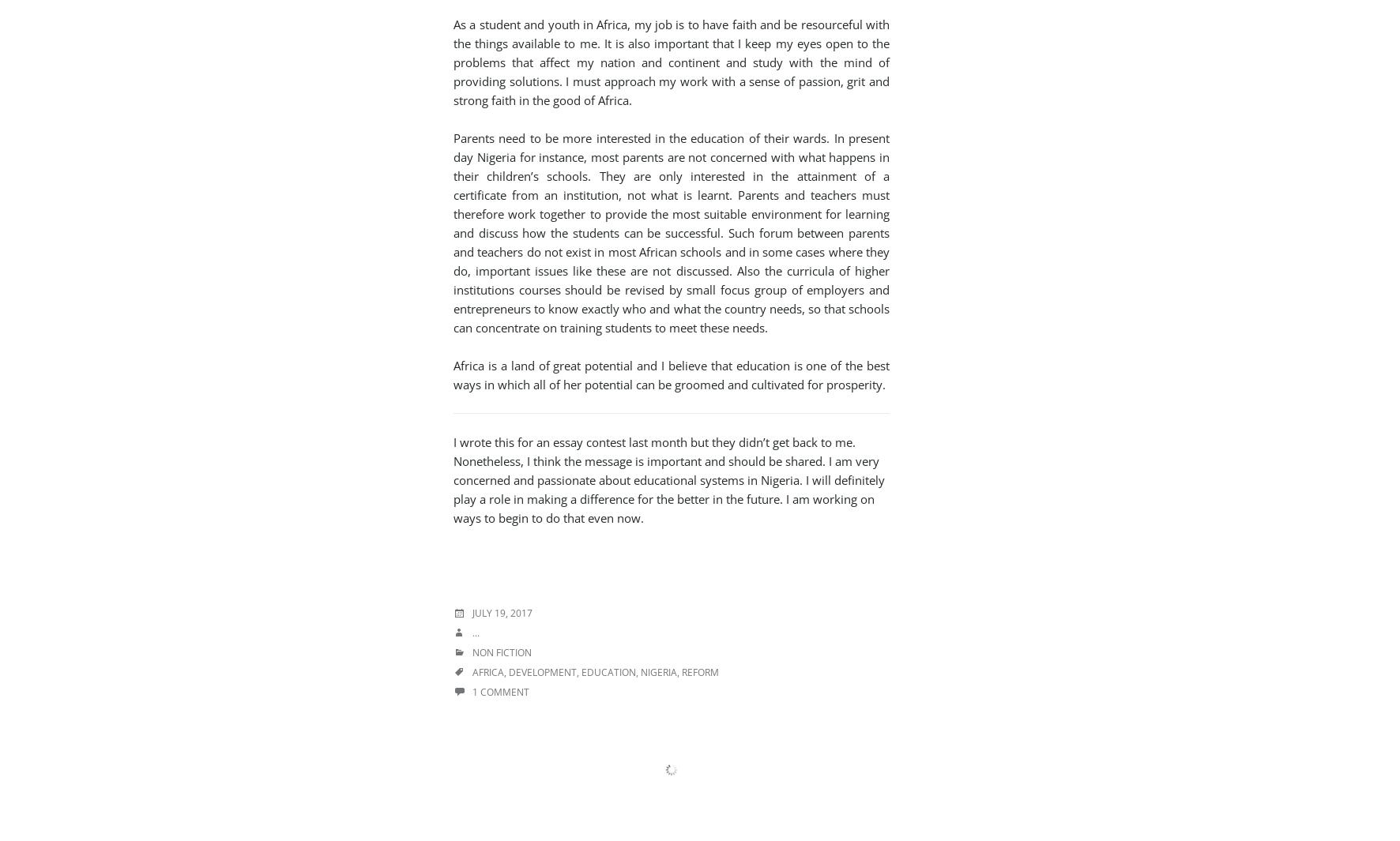 This screenshot has width=1400, height=841. I want to click on 'As a student and youth in Africa, my job is to have faith and be resourceful with the things available to me. It is also important that I keep my eyes open to the problems that affect my nation and continent and study with the mind of providing solutions. I must approach my work with a sense of passion, grit and strong faith in the good of Africa.', so click(672, 62).